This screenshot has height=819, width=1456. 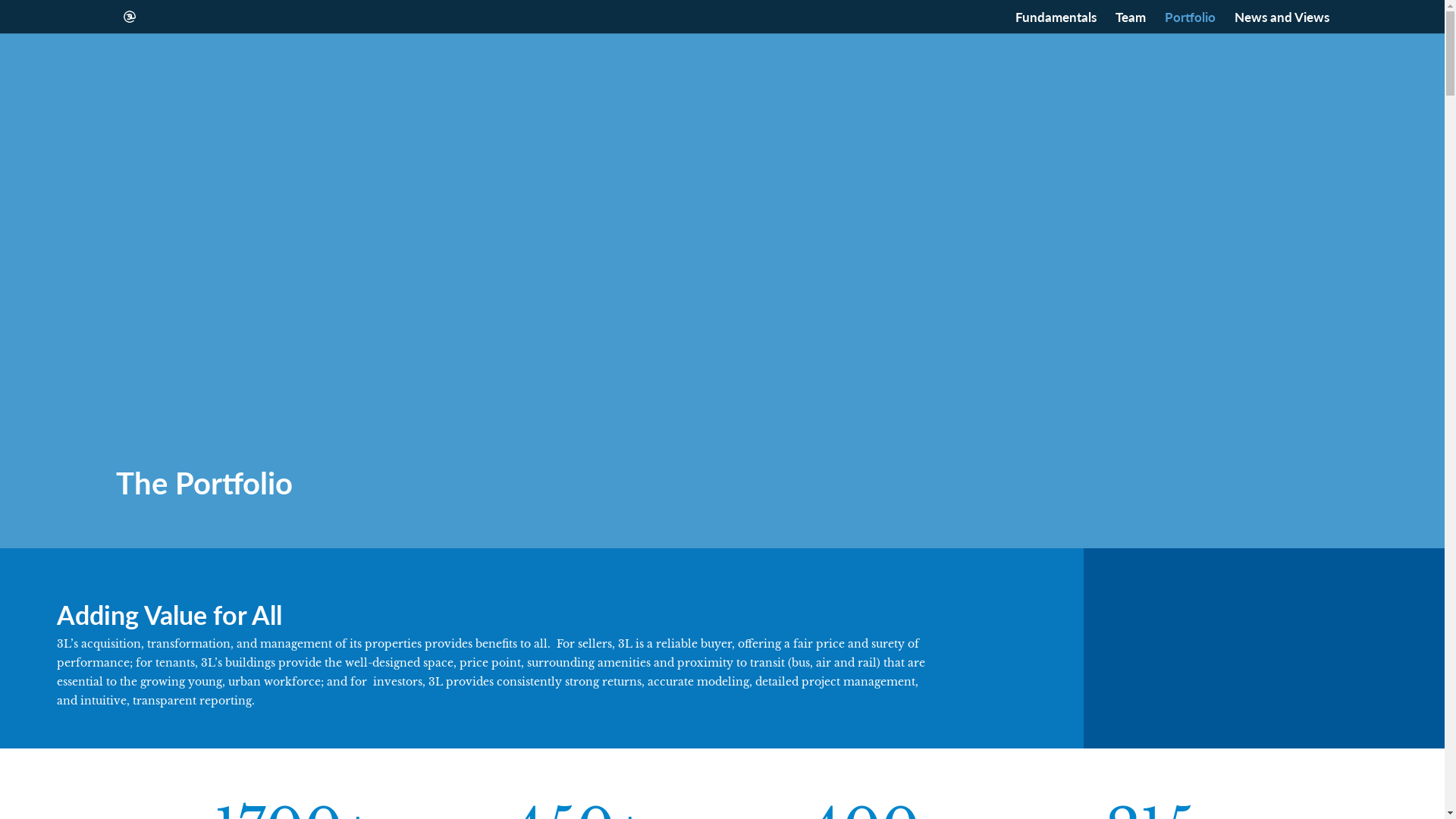 I want to click on 'Portfolio', so click(x=1189, y=22).